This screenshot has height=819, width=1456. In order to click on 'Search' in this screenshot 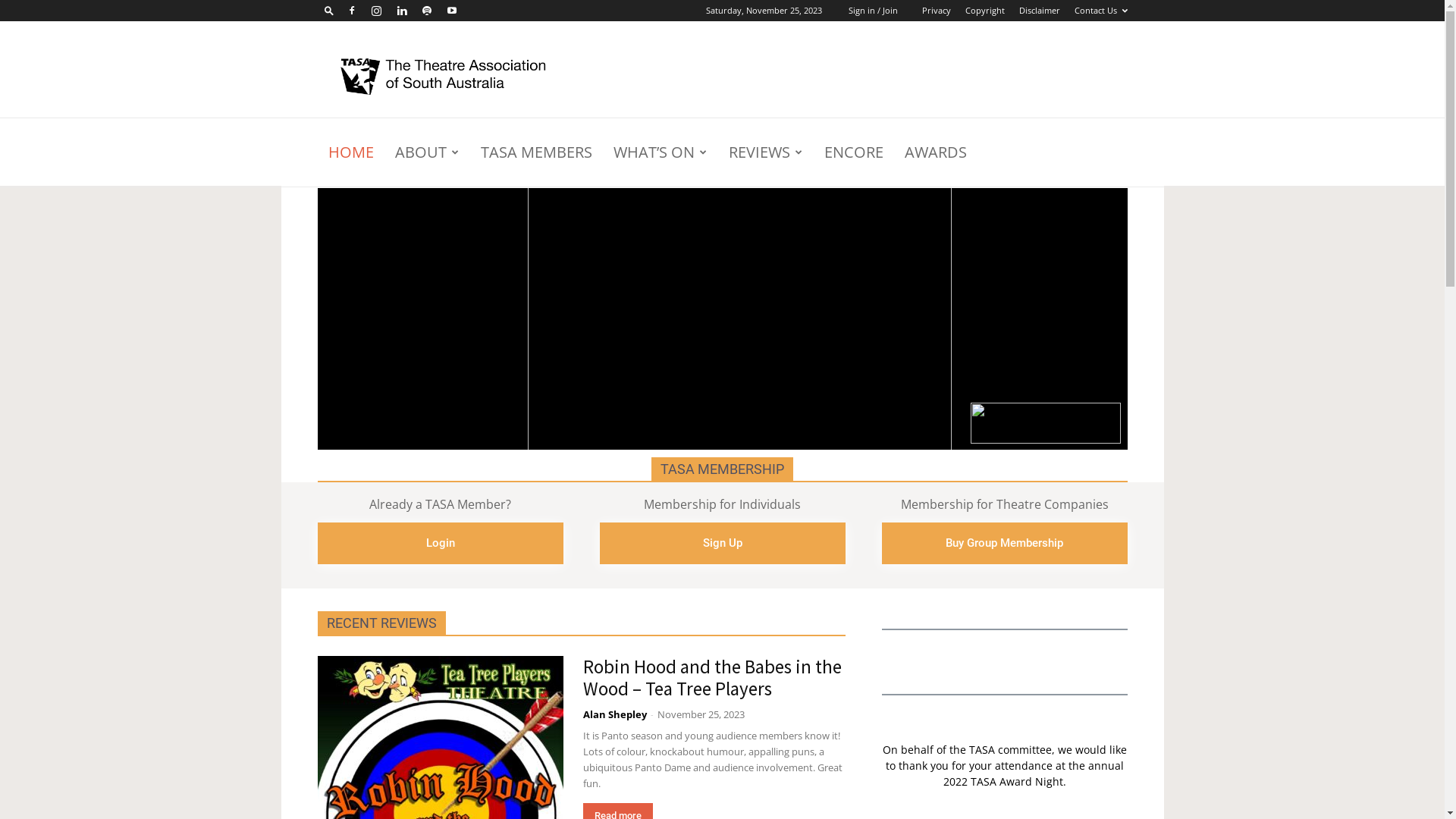, I will do `click(421, 63)`.